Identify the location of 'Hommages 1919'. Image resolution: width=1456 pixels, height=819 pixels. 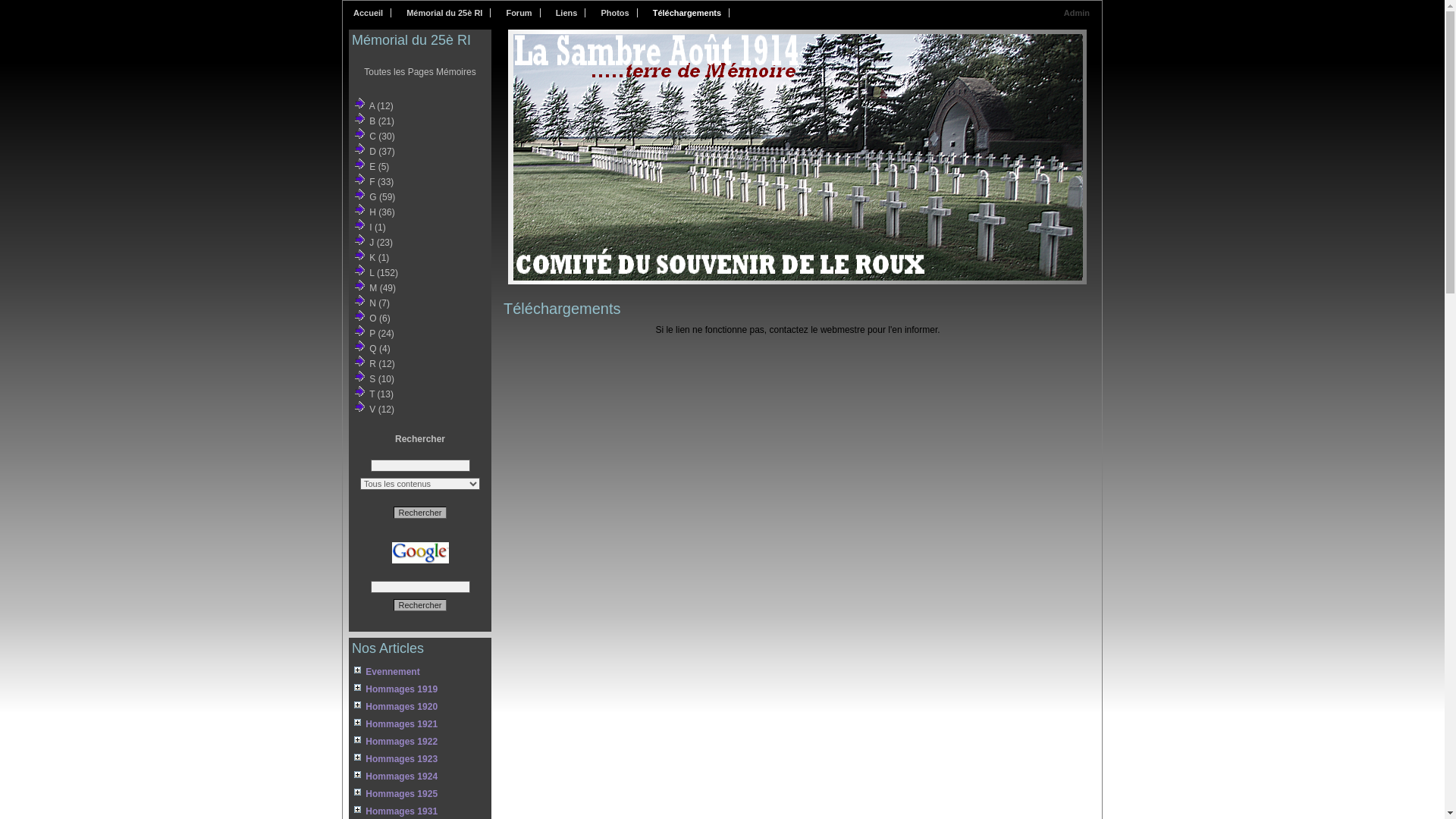
(352, 689).